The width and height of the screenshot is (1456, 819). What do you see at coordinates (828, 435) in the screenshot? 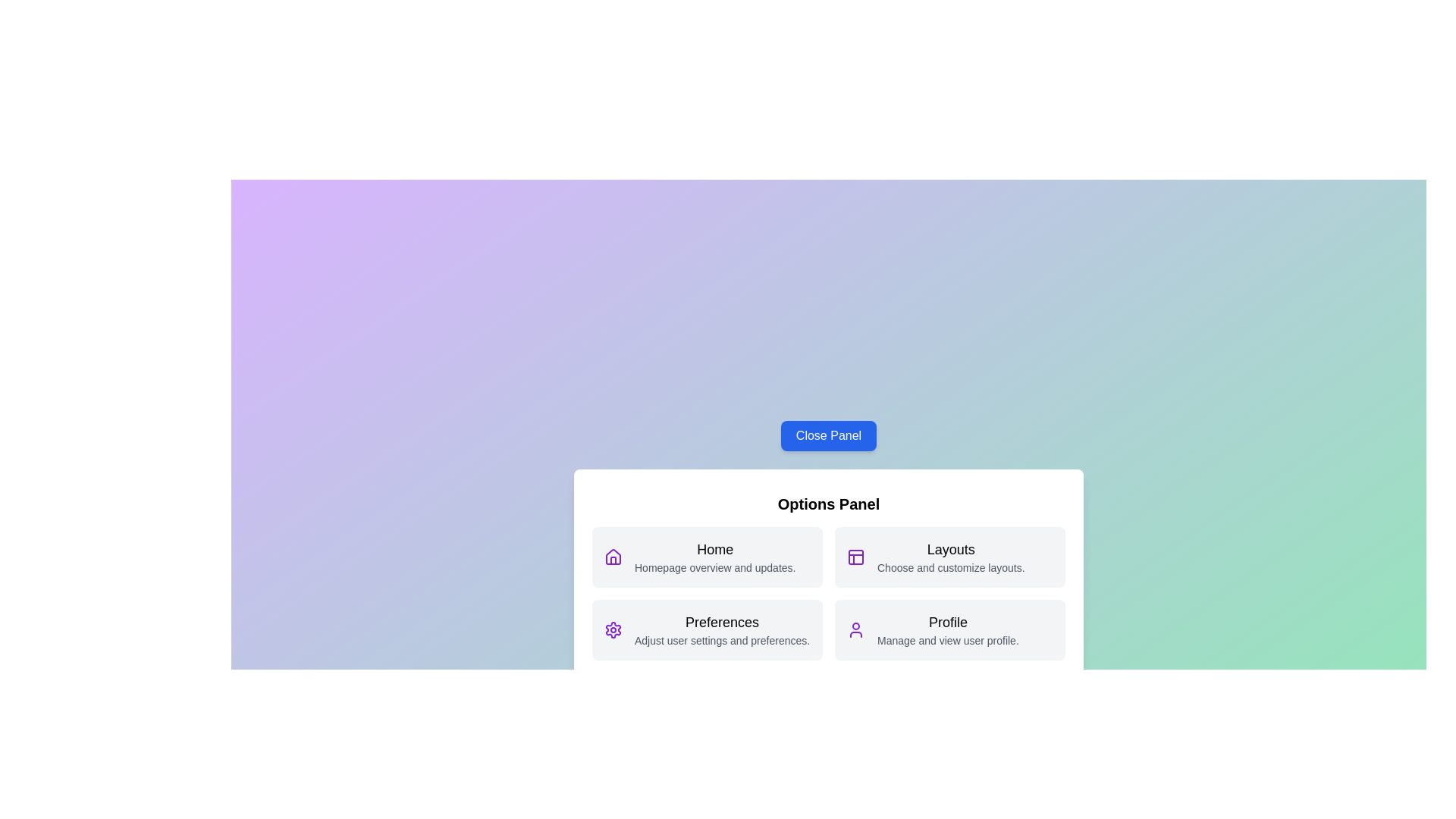
I see `the 'Close Panel' button to toggle the panel's visibility` at bounding box center [828, 435].